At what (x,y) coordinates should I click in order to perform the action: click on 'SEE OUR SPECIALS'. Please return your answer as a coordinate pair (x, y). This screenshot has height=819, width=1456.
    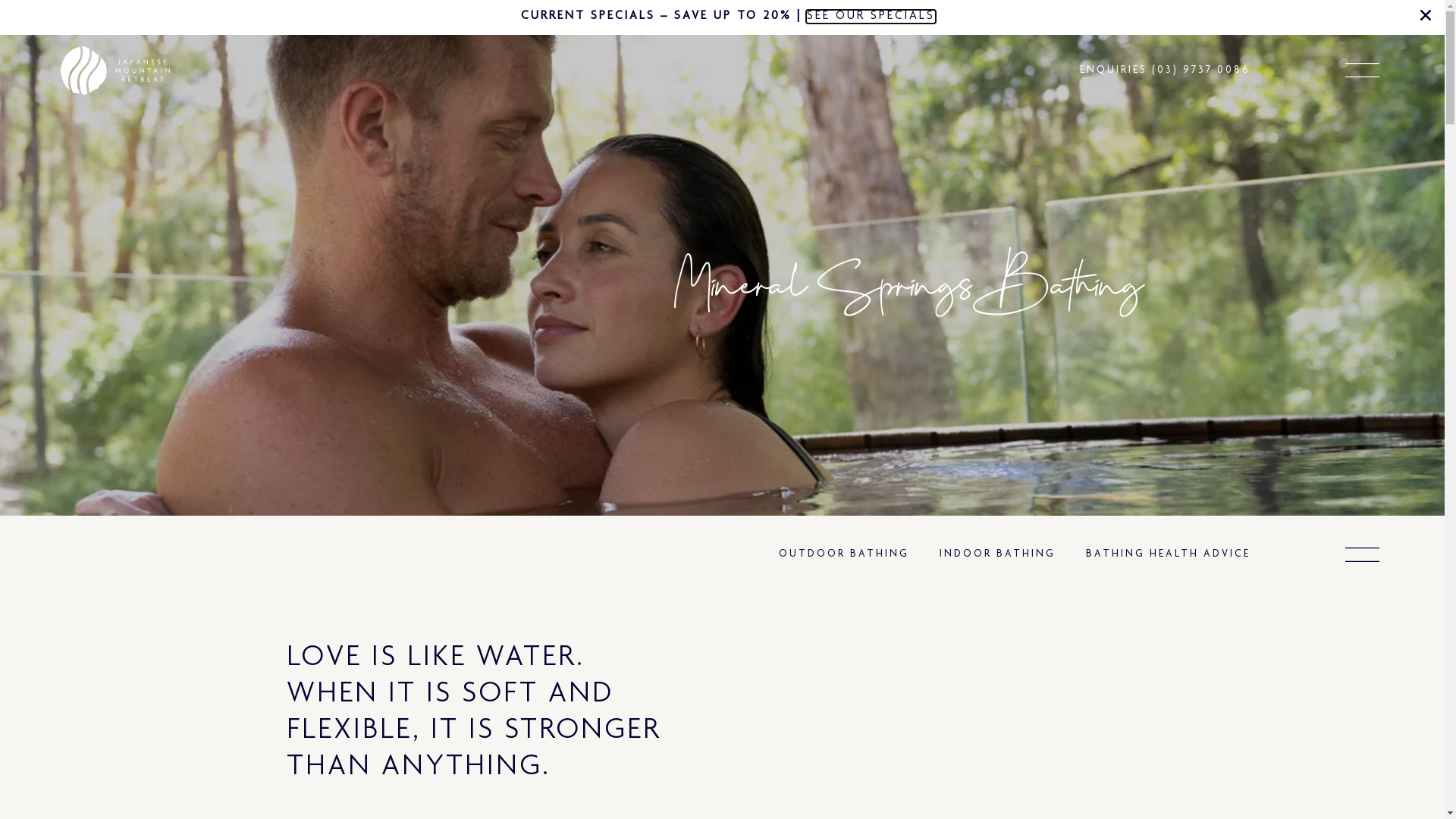
    Looking at the image, I should click on (871, 17).